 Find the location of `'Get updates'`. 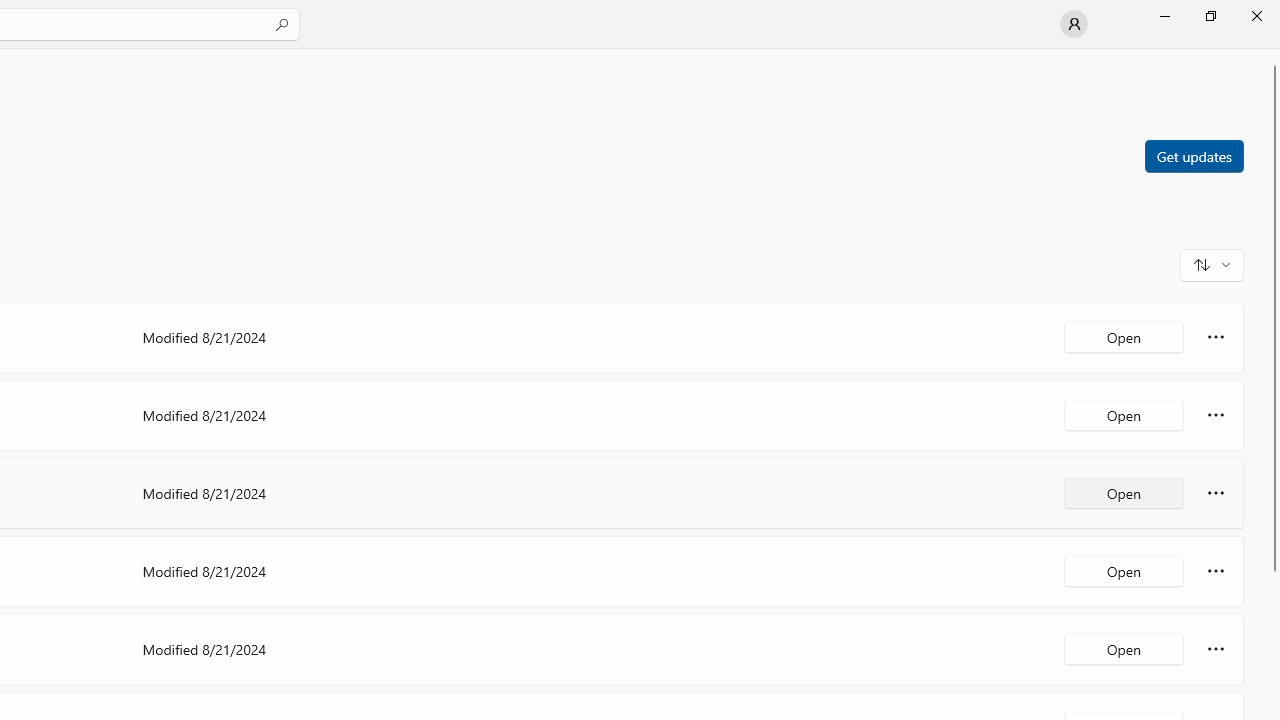

'Get updates' is located at coordinates (1193, 154).